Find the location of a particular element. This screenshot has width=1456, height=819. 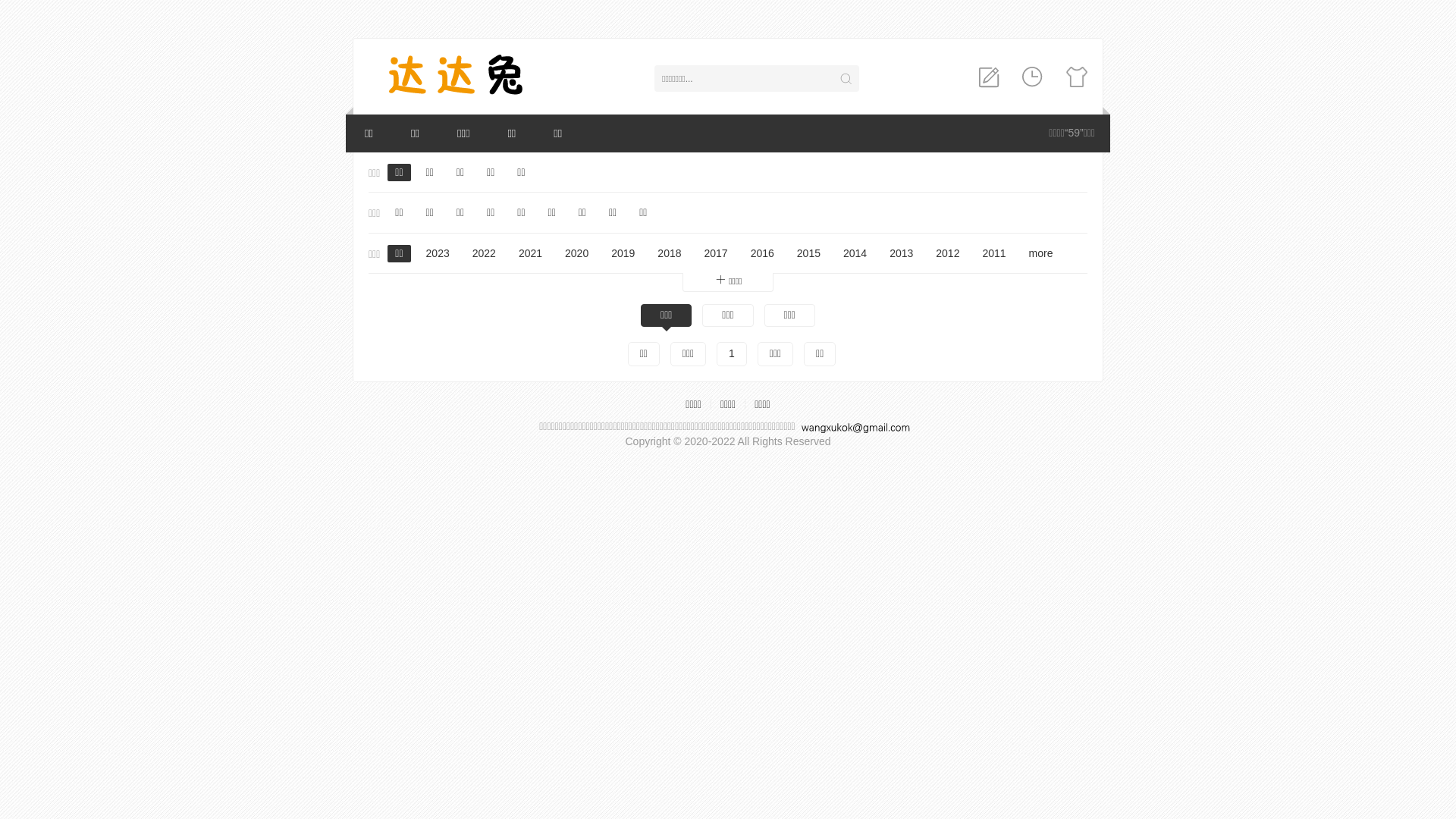

'2012' is located at coordinates (946, 253).